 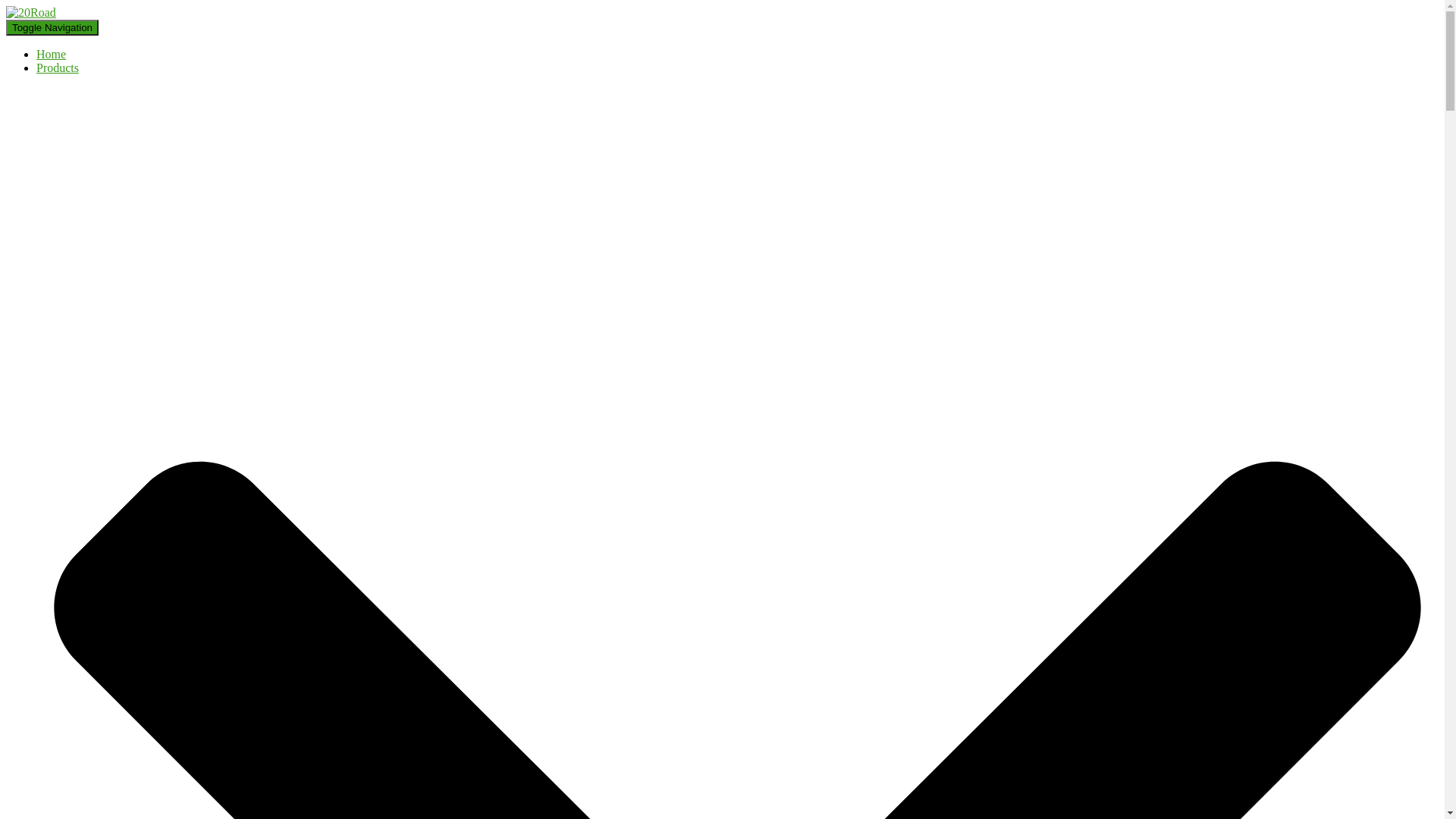 What do you see at coordinates (51, 53) in the screenshot?
I see `'Home'` at bounding box center [51, 53].